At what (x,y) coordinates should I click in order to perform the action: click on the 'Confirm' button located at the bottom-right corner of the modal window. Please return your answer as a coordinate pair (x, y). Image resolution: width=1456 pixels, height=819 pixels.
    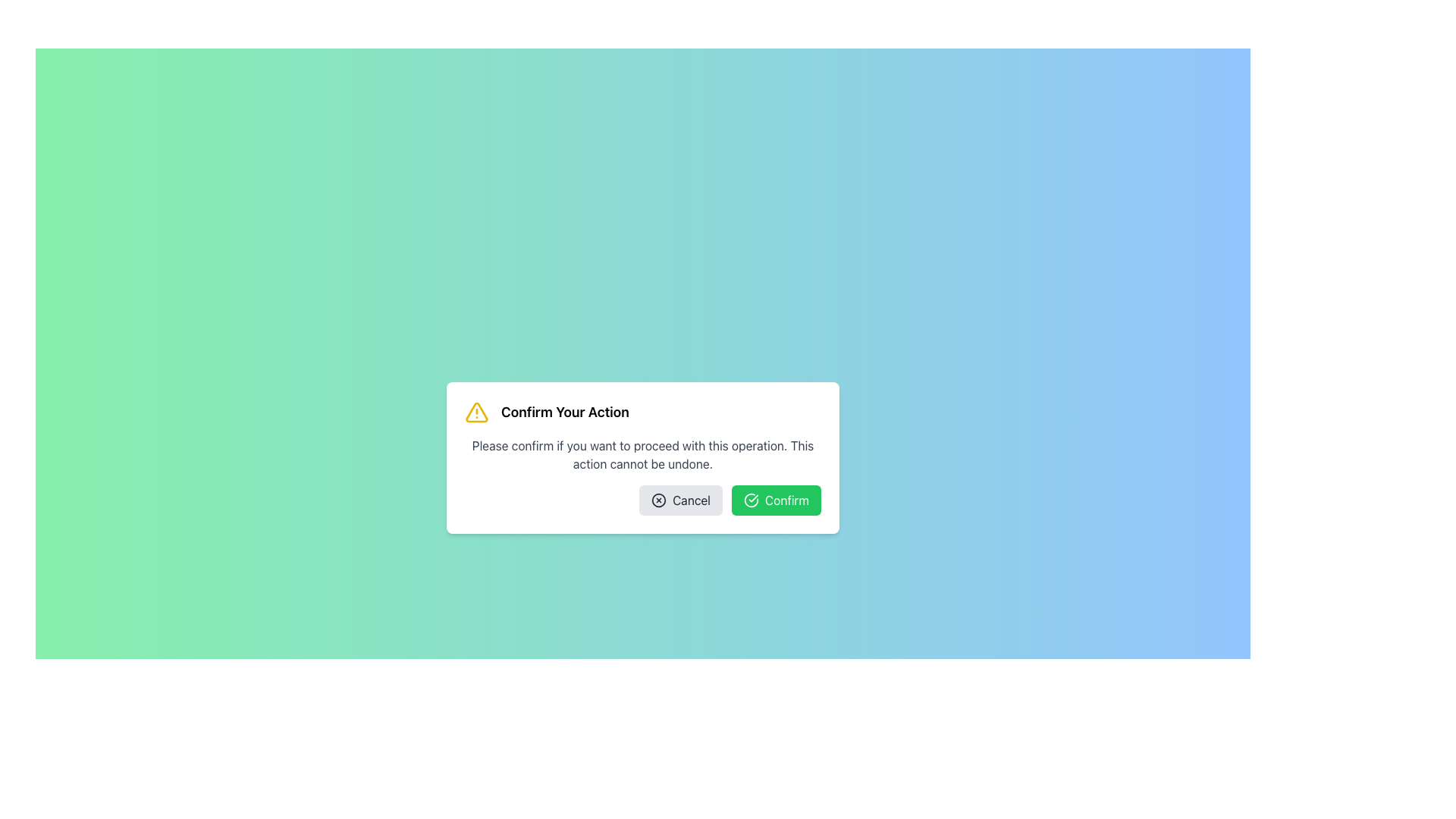
    Looking at the image, I should click on (752, 500).